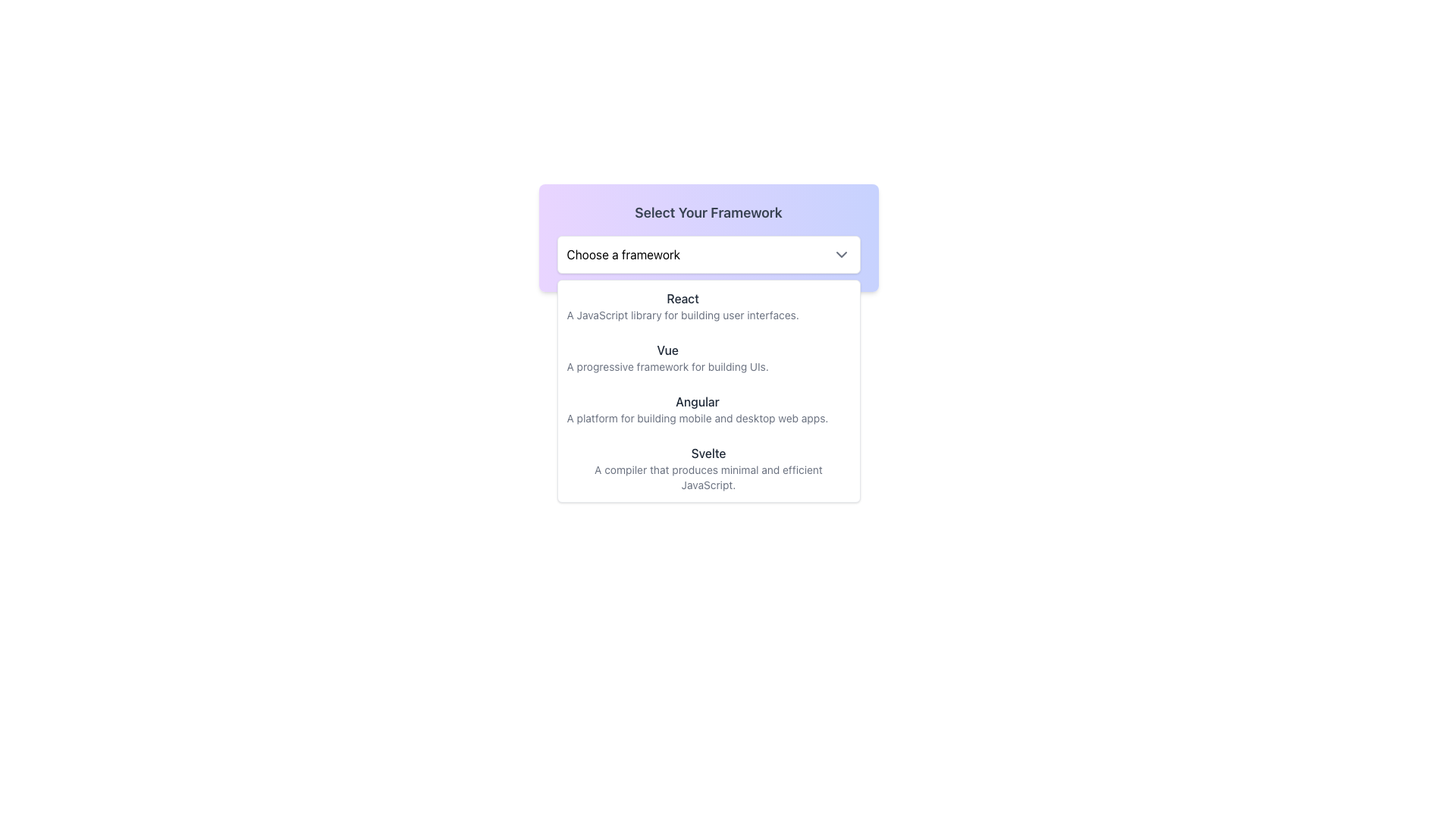 This screenshot has width=1456, height=819. I want to click on the third option in the dropdown menu labeled 'Choose a framework', so click(708, 391).